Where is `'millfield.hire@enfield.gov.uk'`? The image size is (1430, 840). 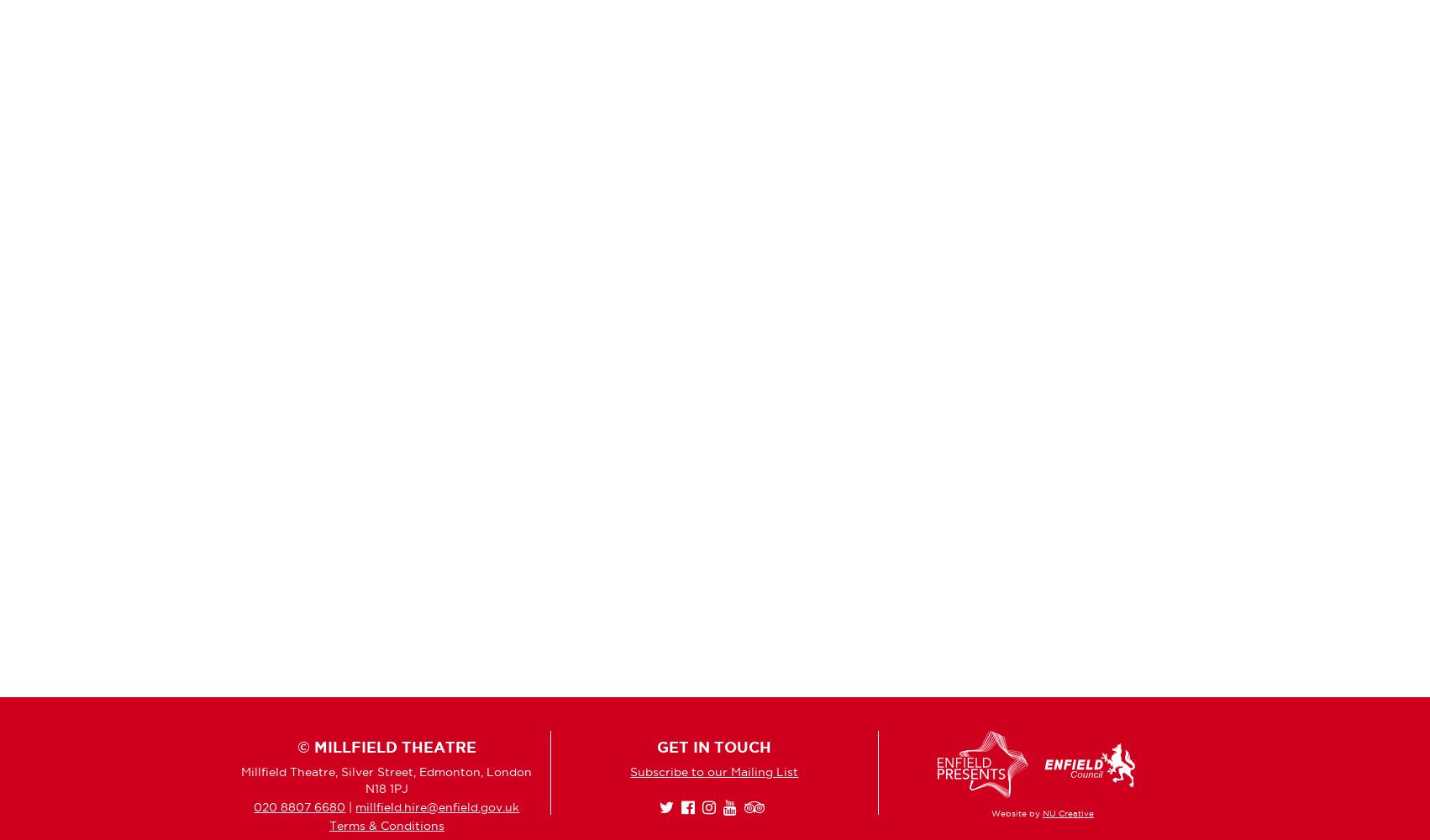 'millfield.hire@enfield.gov.uk' is located at coordinates (436, 806).